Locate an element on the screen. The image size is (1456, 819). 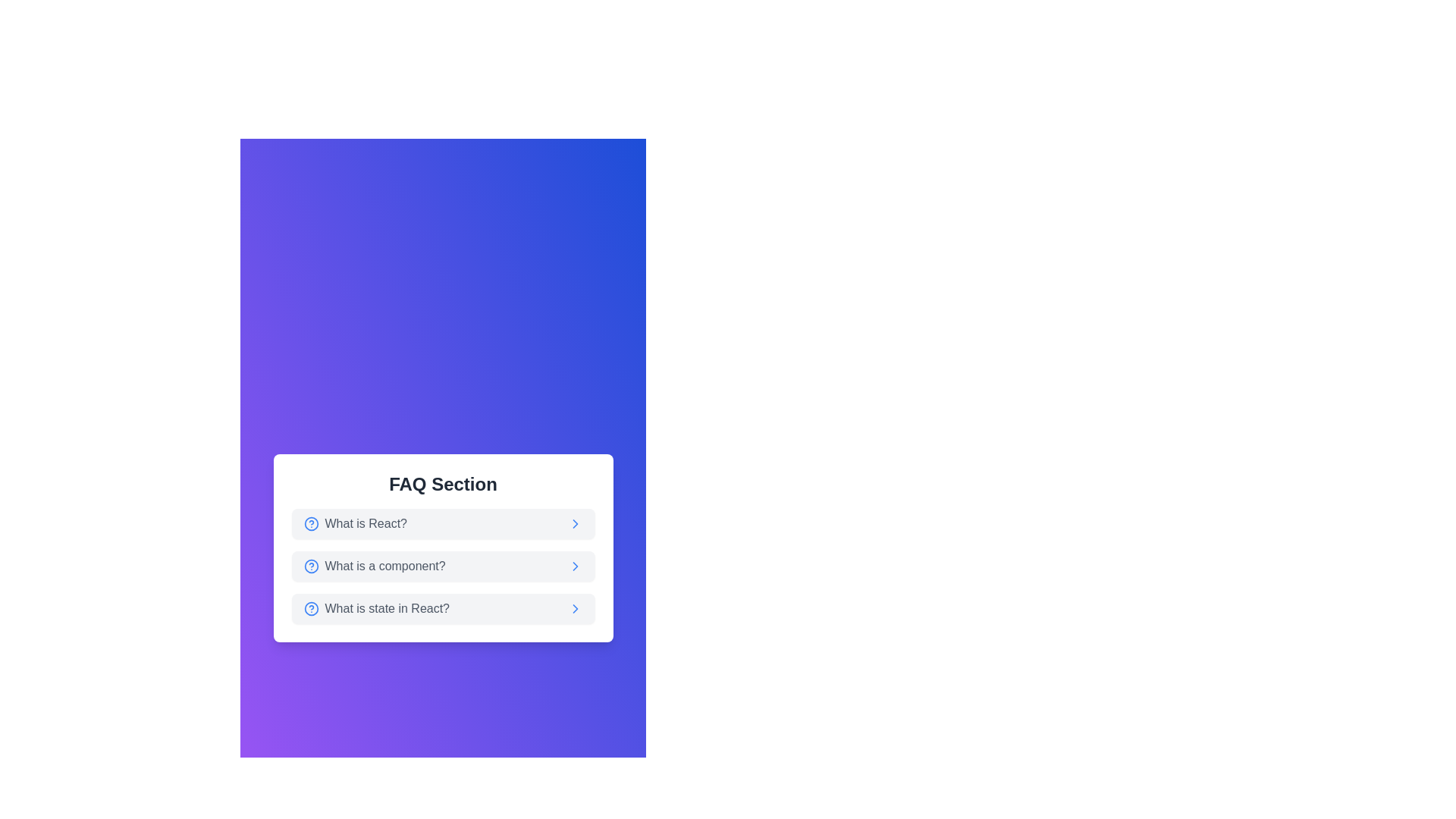
the help icon located to the left of the text 'What is React?' is located at coordinates (310, 522).